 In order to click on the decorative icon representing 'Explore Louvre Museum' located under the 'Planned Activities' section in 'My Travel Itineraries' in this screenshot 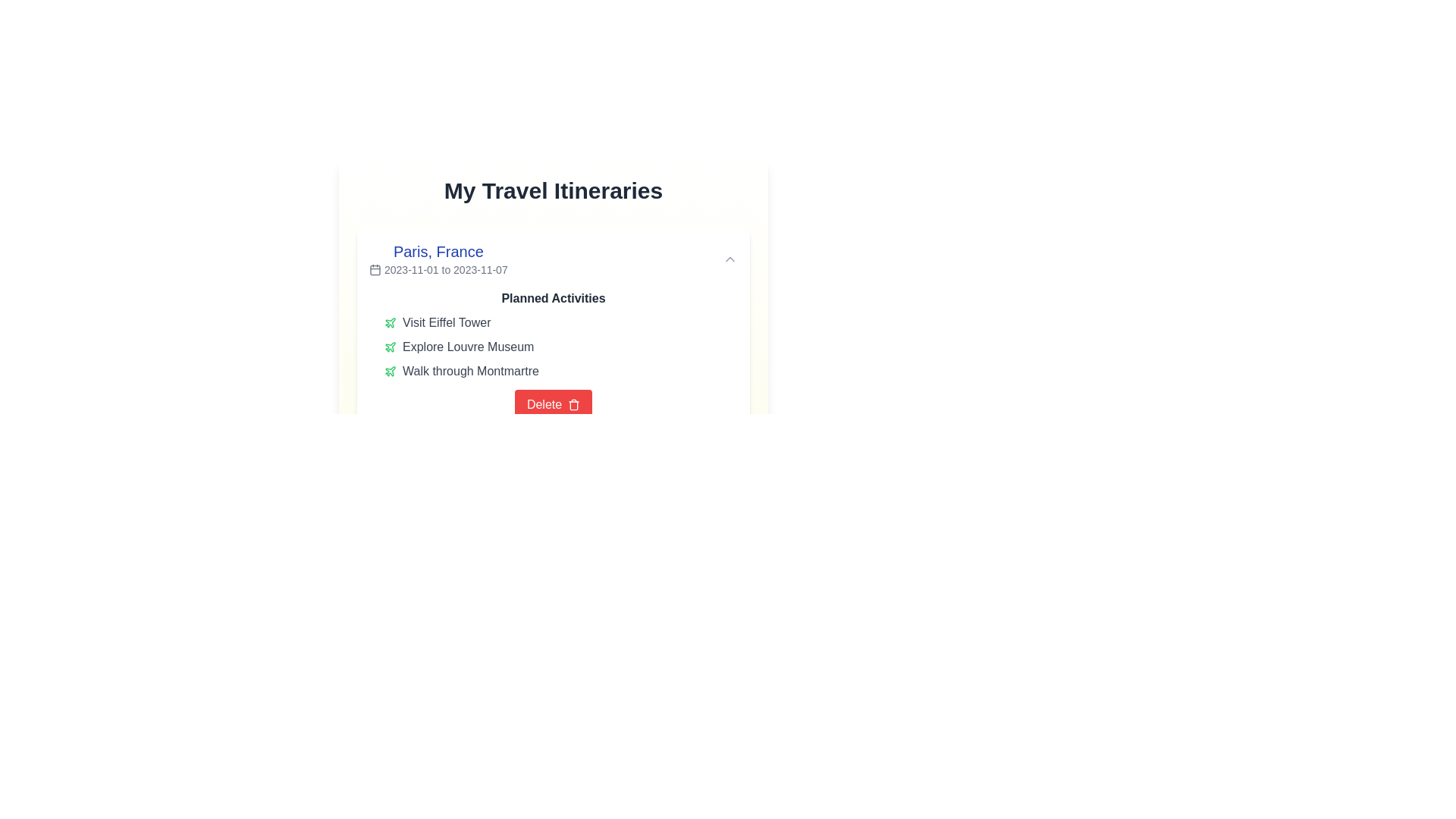, I will do `click(391, 322)`.